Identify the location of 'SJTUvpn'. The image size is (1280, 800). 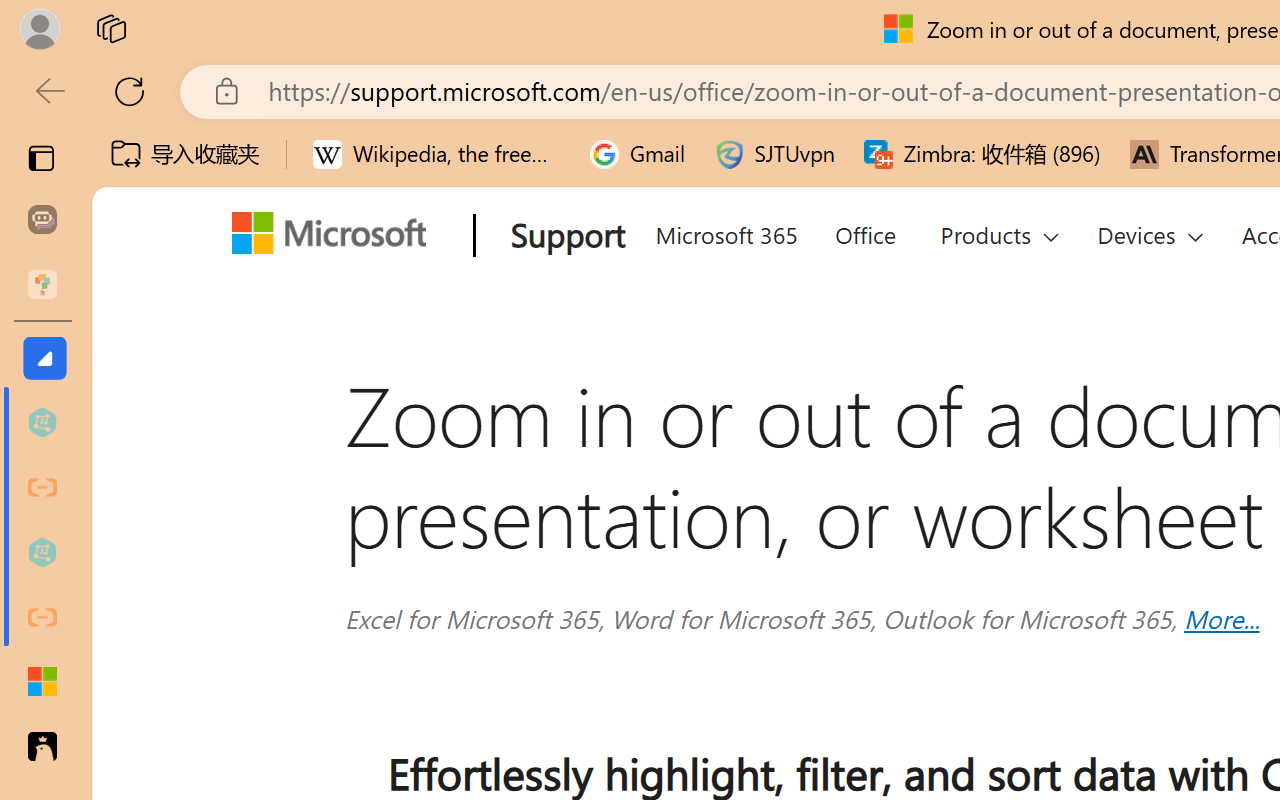
(773, 154).